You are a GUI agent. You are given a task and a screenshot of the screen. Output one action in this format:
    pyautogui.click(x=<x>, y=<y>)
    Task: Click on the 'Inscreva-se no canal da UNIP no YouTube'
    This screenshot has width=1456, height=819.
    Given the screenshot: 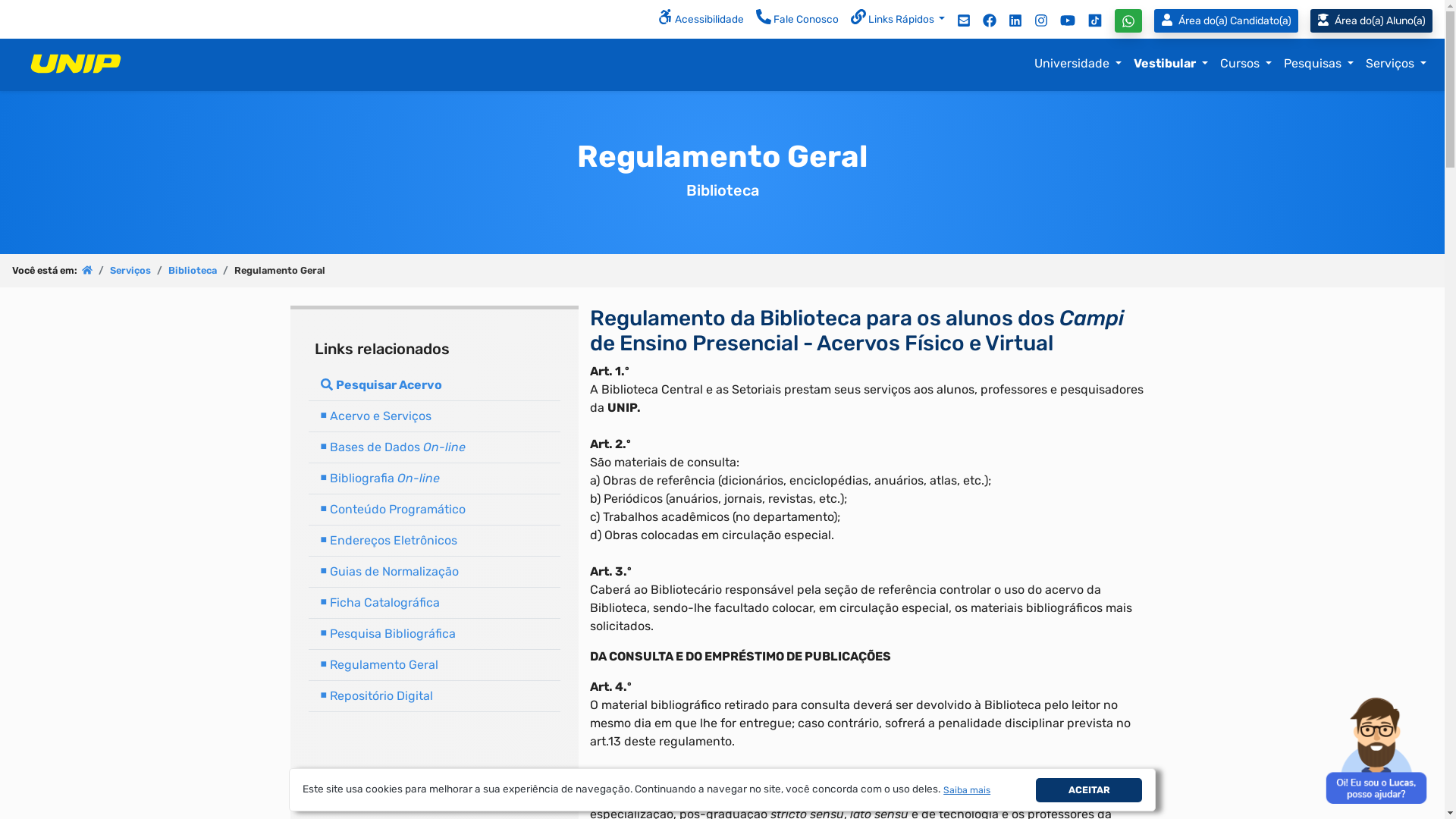 What is the action you would take?
    pyautogui.click(x=1066, y=20)
    